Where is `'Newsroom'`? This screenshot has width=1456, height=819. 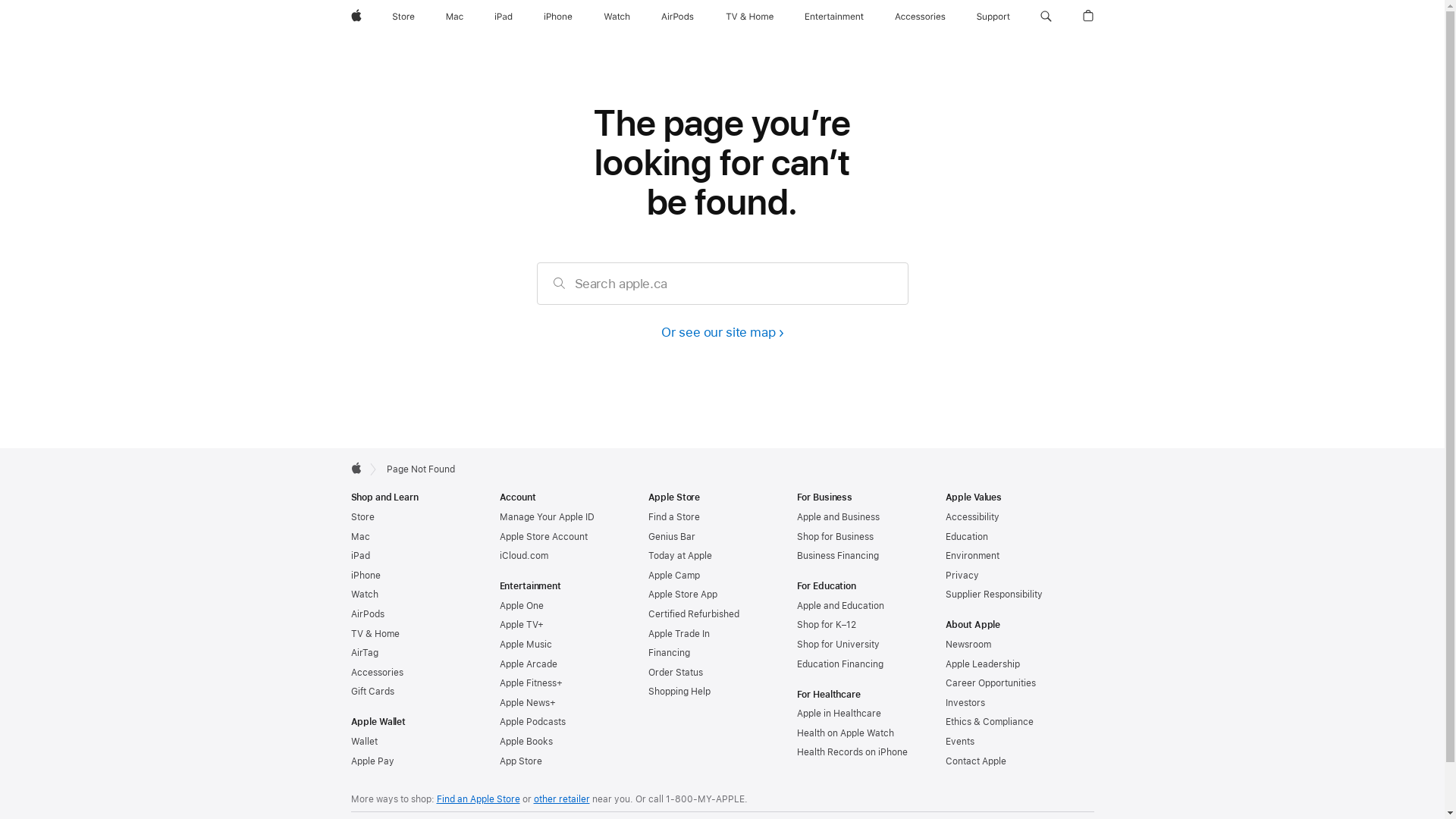 'Newsroom' is located at coordinates (967, 644).